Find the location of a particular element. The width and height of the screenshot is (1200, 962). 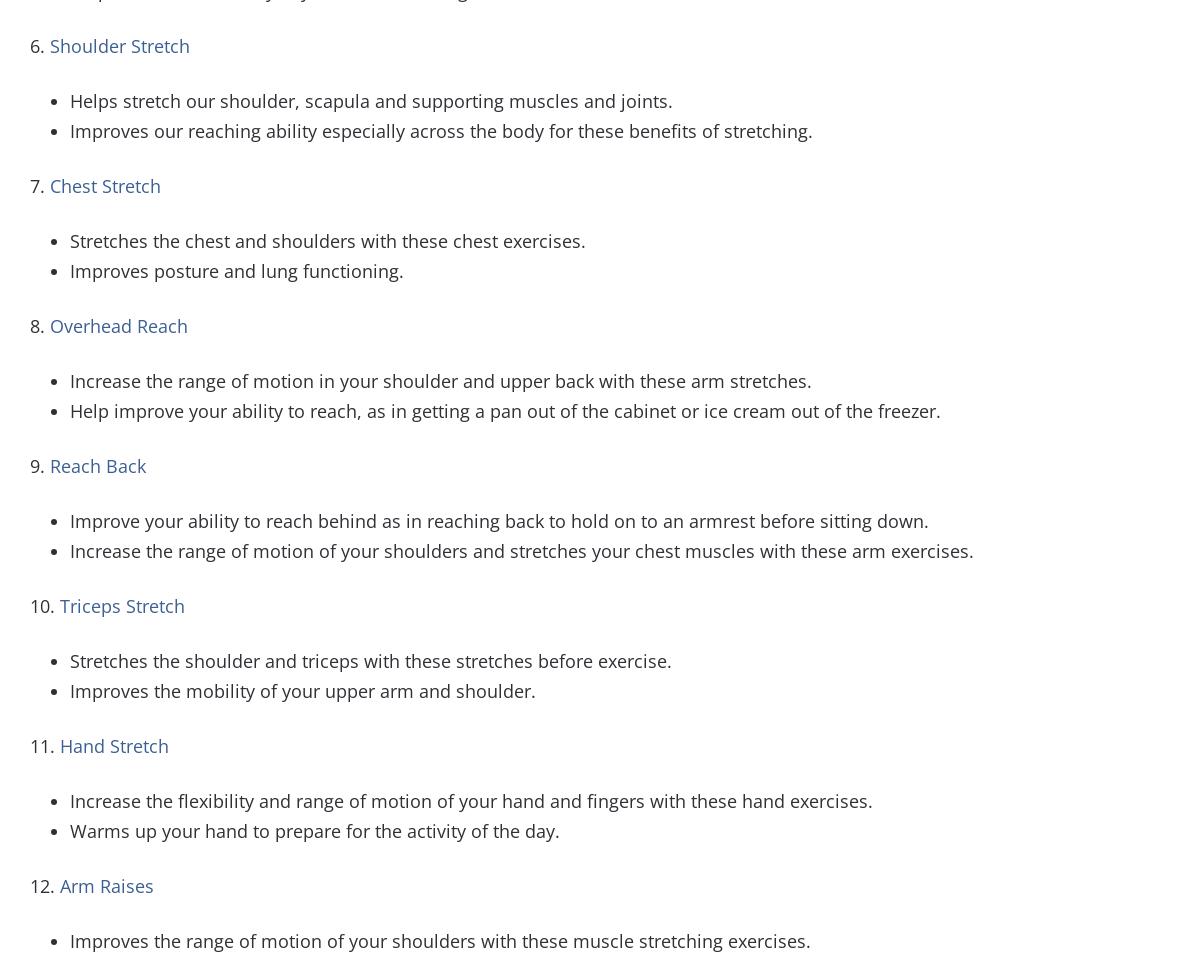

'Improve your ability to reach behind as in reaching back to hold on to an armrest before sitting down.' is located at coordinates (498, 518).